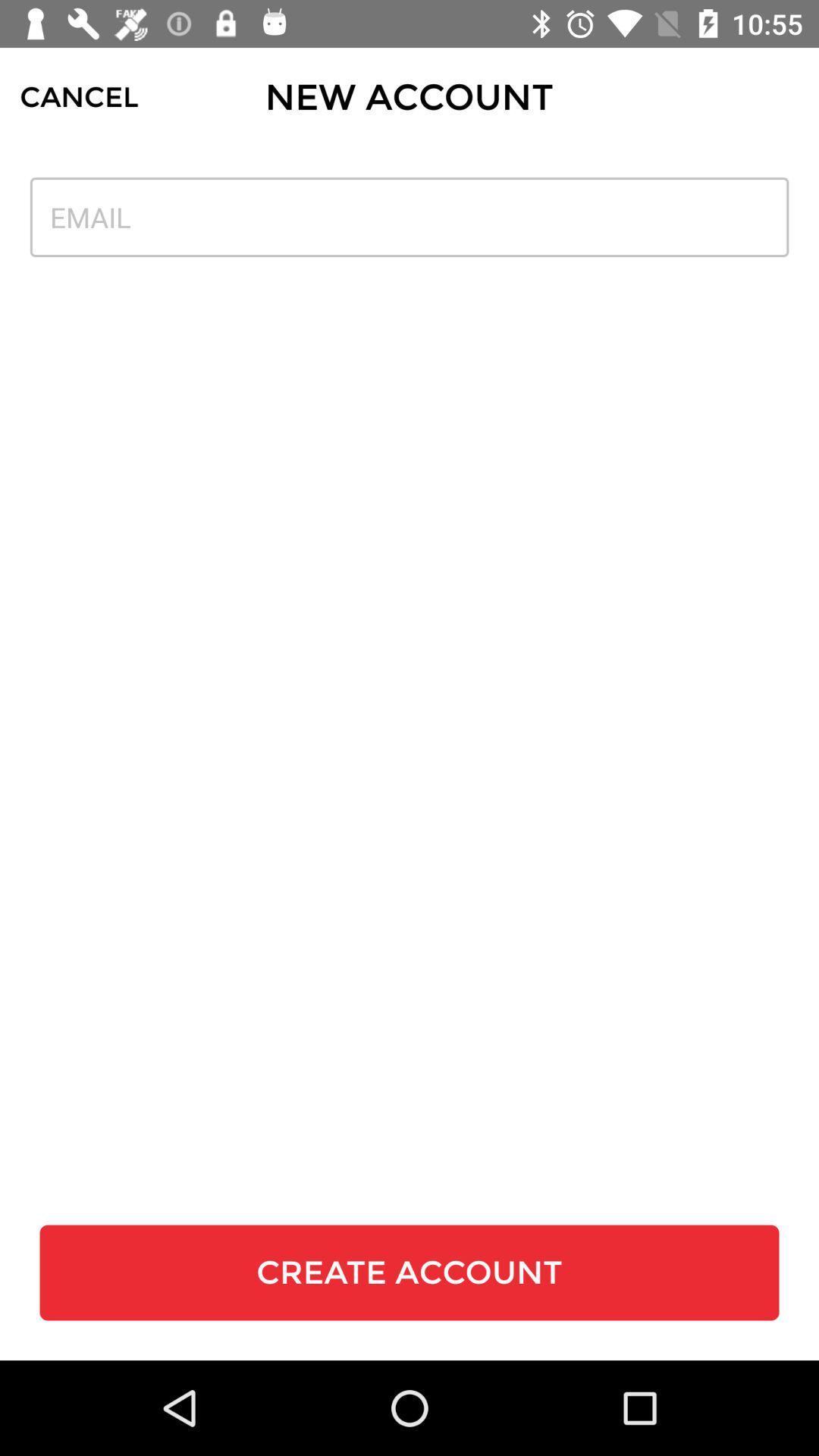 Image resolution: width=819 pixels, height=1456 pixels. I want to click on icon to the left of new account item, so click(79, 96).